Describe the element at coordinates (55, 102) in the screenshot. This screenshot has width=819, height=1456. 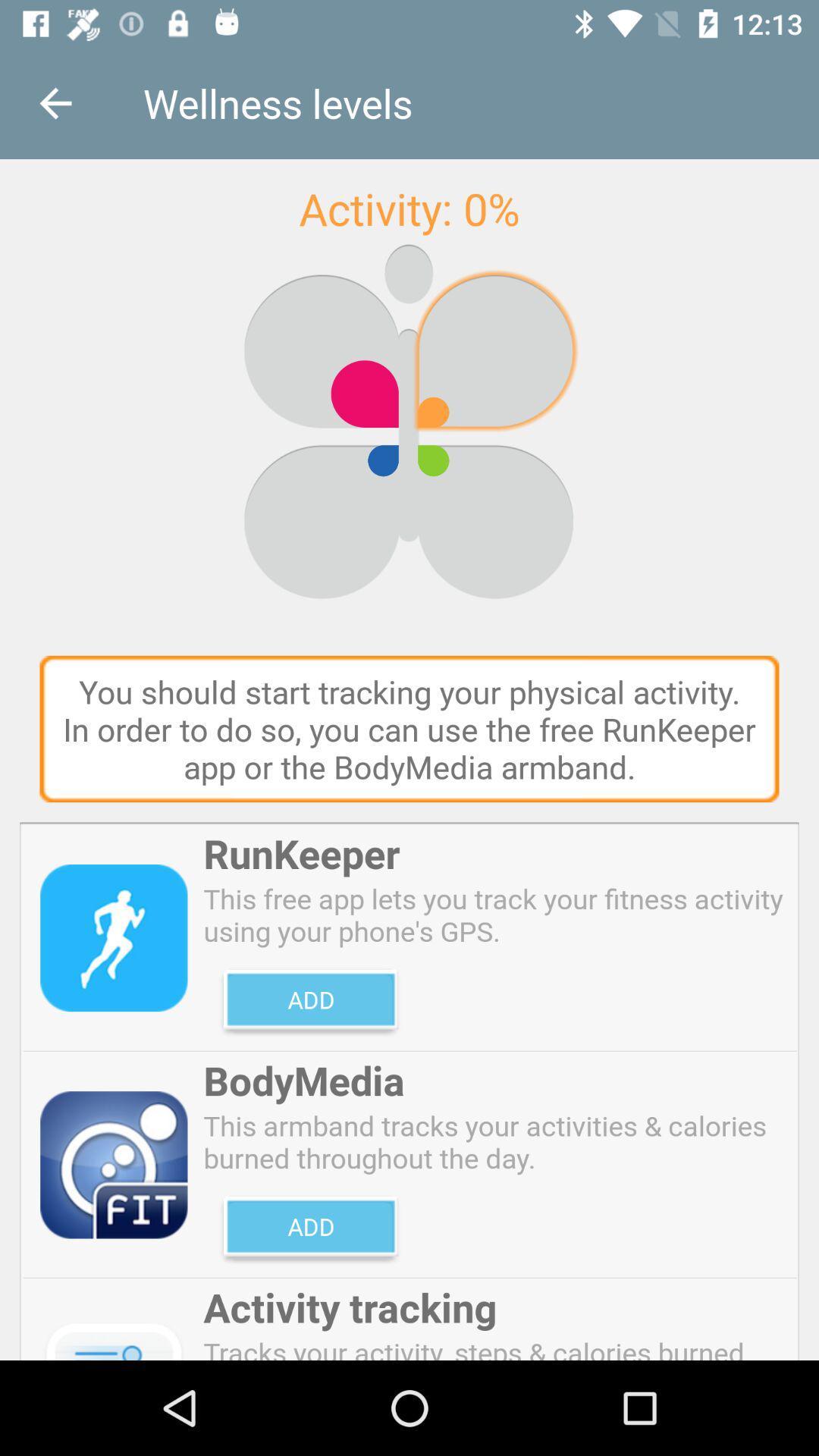
I see `icon at the top left corner` at that location.